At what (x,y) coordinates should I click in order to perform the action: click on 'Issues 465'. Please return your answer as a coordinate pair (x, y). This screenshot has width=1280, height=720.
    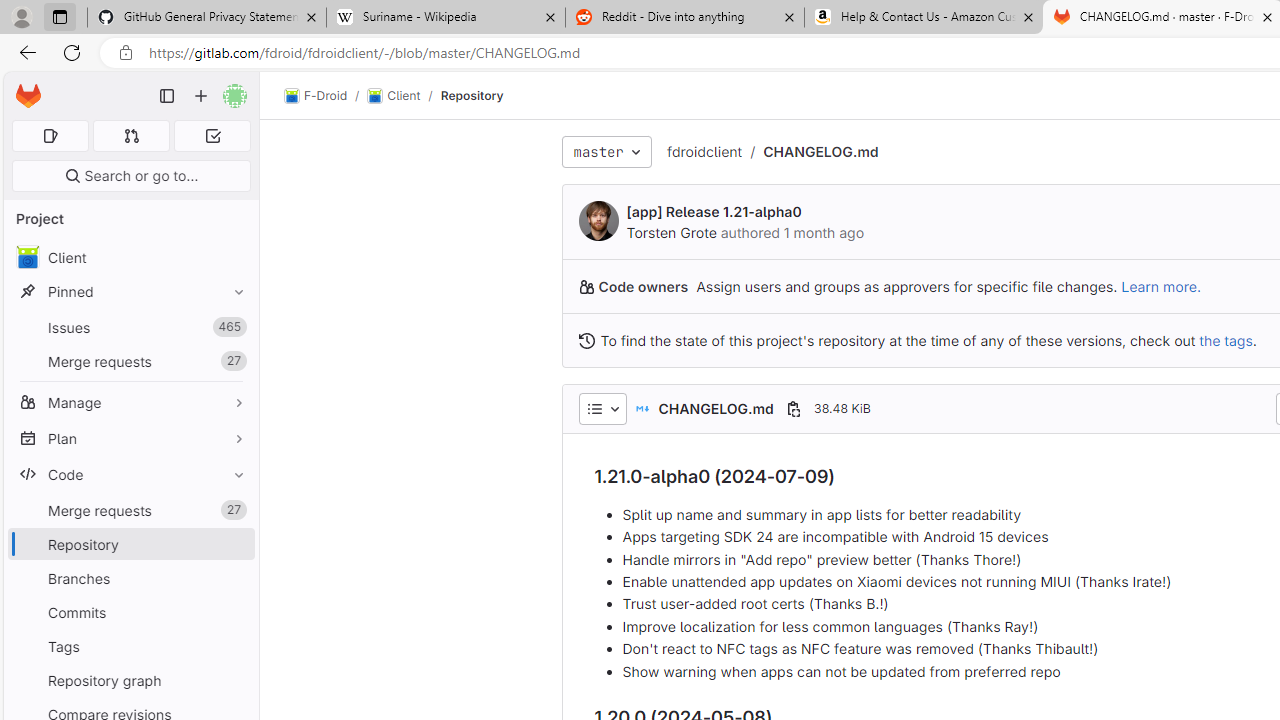
    Looking at the image, I should click on (130, 326).